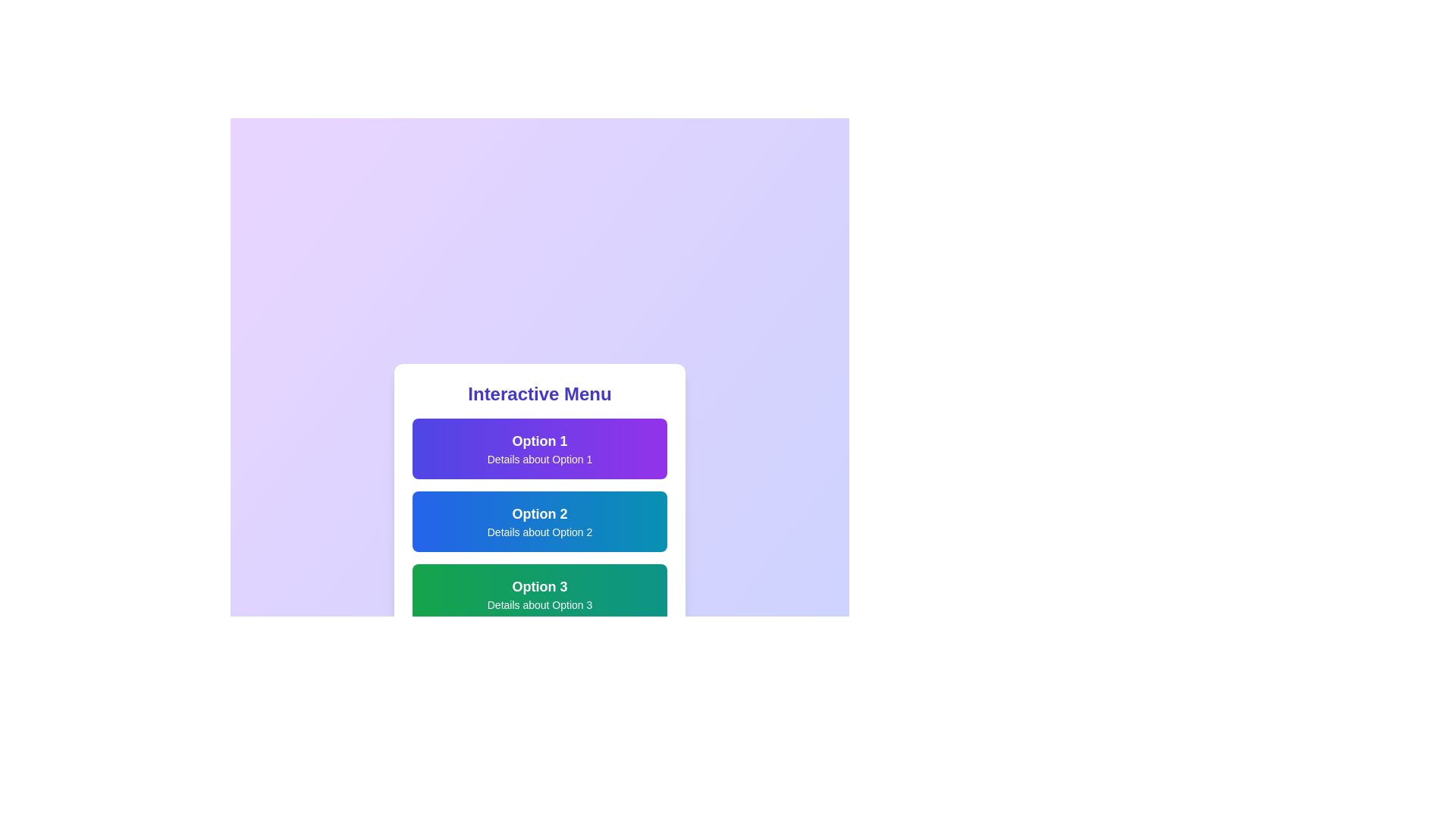 Image resolution: width=1456 pixels, height=819 pixels. Describe the element at coordinates (539, 657) in the screenshot. I see `the action button located at the bottom of the menu` at that location.